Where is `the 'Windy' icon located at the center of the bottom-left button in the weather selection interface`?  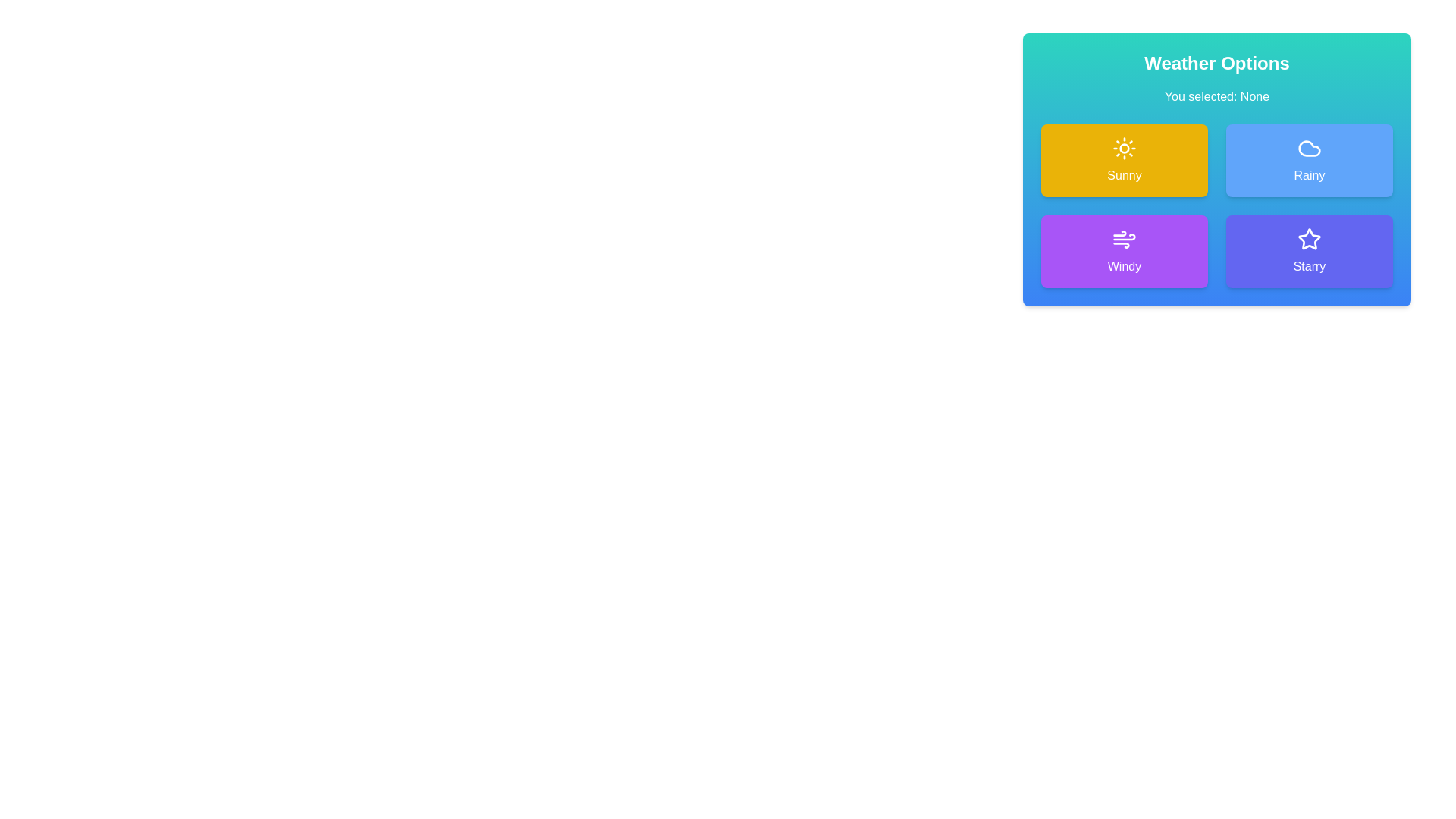 the 'Windy' icon located at the center of the bottom-left button in the weather selection interface is located at coordinates (1125, 239).